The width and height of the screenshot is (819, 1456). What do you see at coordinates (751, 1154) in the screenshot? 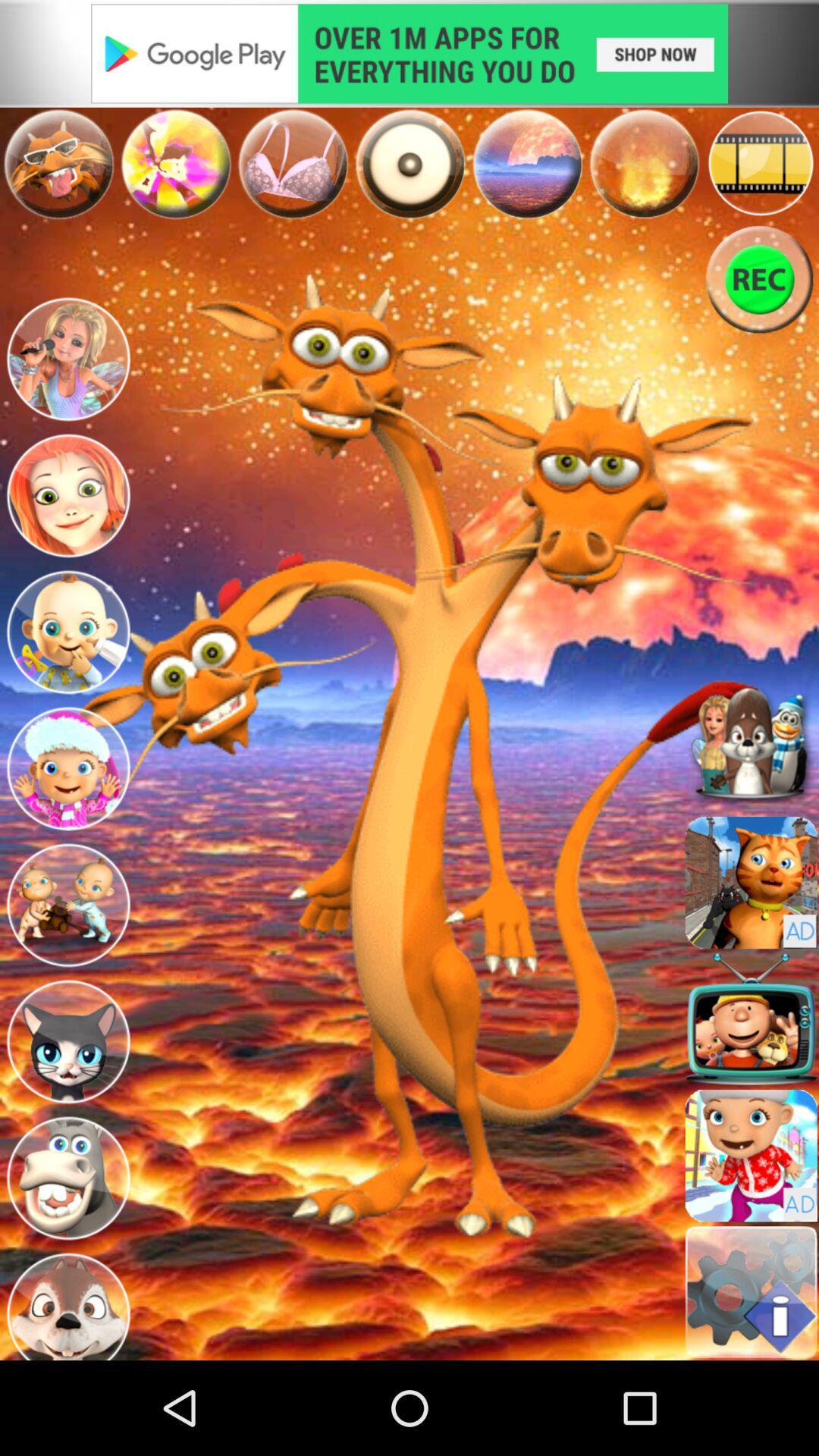
I see `game` at bounding box center [751, 1154].